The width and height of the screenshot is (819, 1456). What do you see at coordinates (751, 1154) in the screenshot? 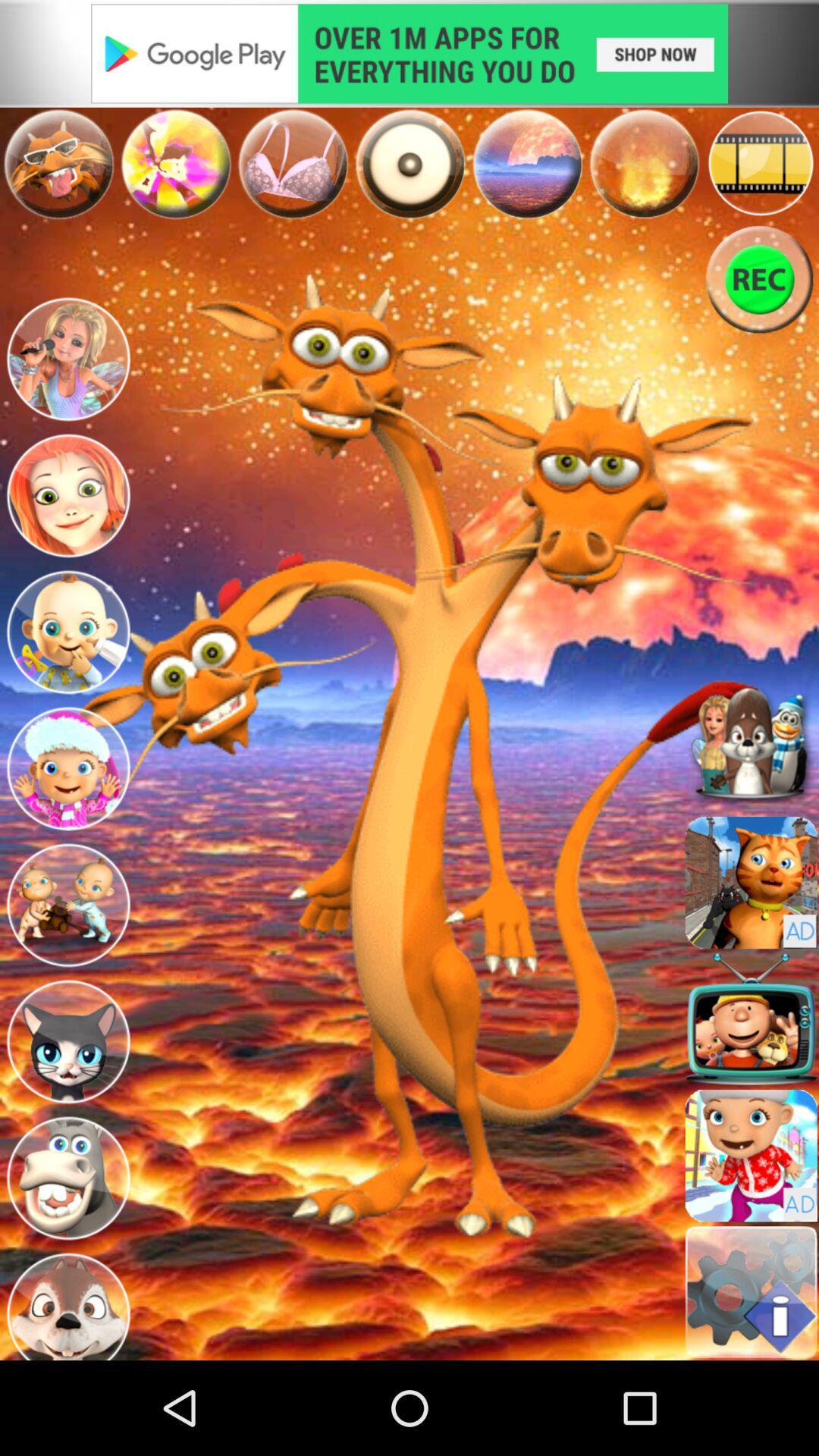
I see `game` at bounding box center [751, 1154].